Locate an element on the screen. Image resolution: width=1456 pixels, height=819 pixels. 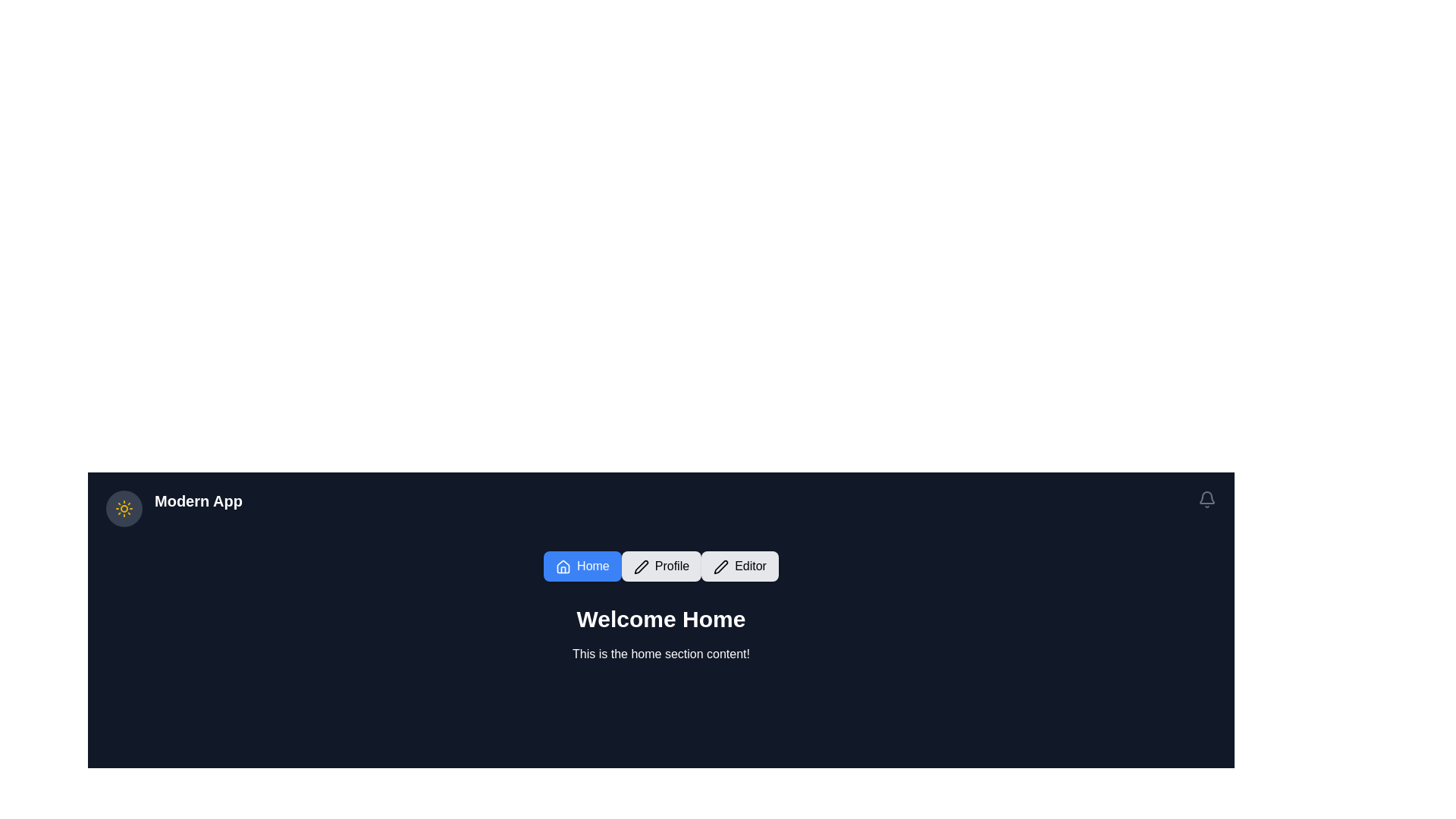
the navigation button at the top section of the main content area is located at coordinates (582, 566).